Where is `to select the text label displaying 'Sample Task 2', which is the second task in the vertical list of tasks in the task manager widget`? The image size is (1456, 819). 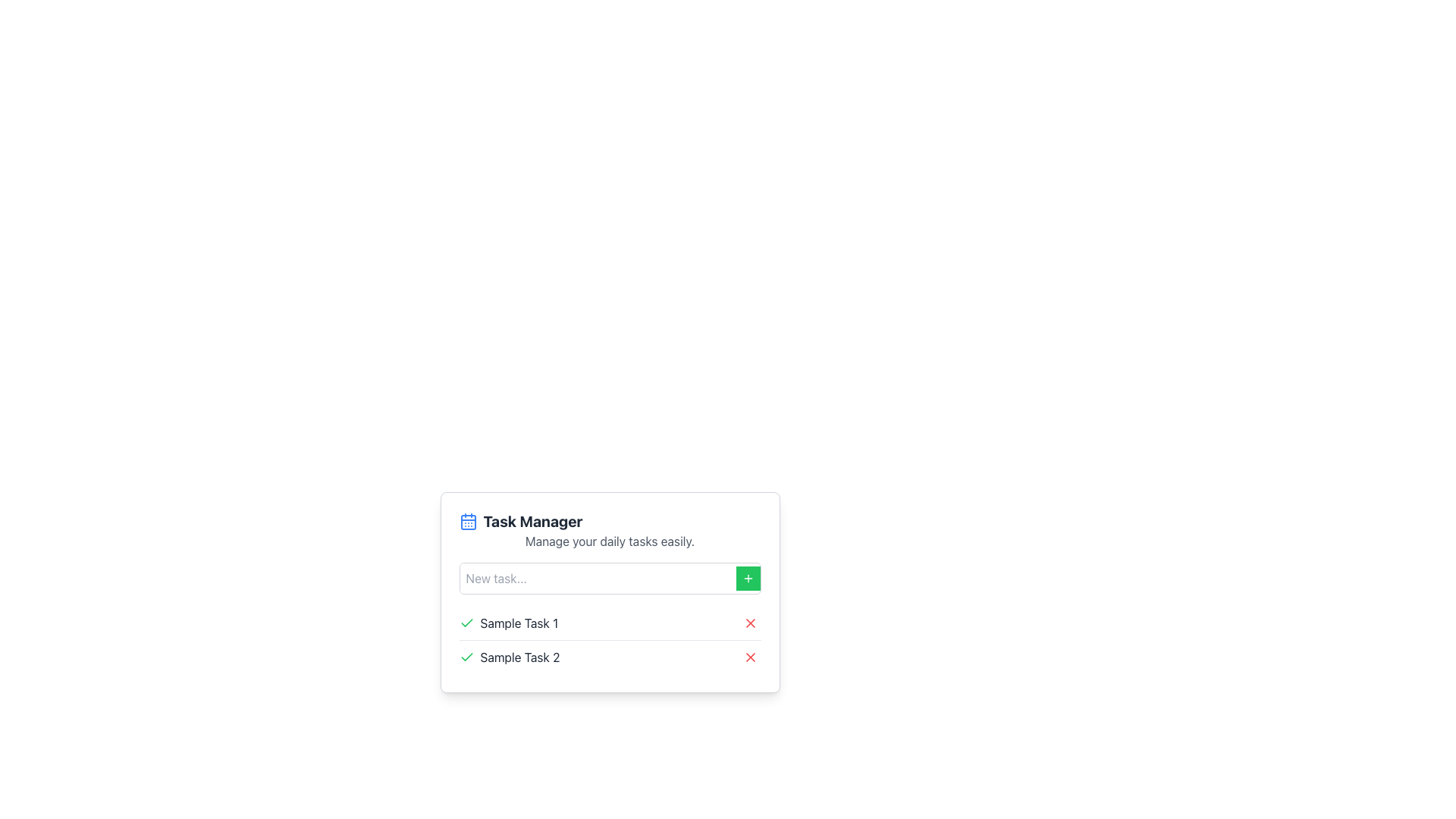
to select the text label displaying 'Sample Task 2', which is the second task in the vertical list of tasks in the task manager widget is located at coordinates (510, 657).